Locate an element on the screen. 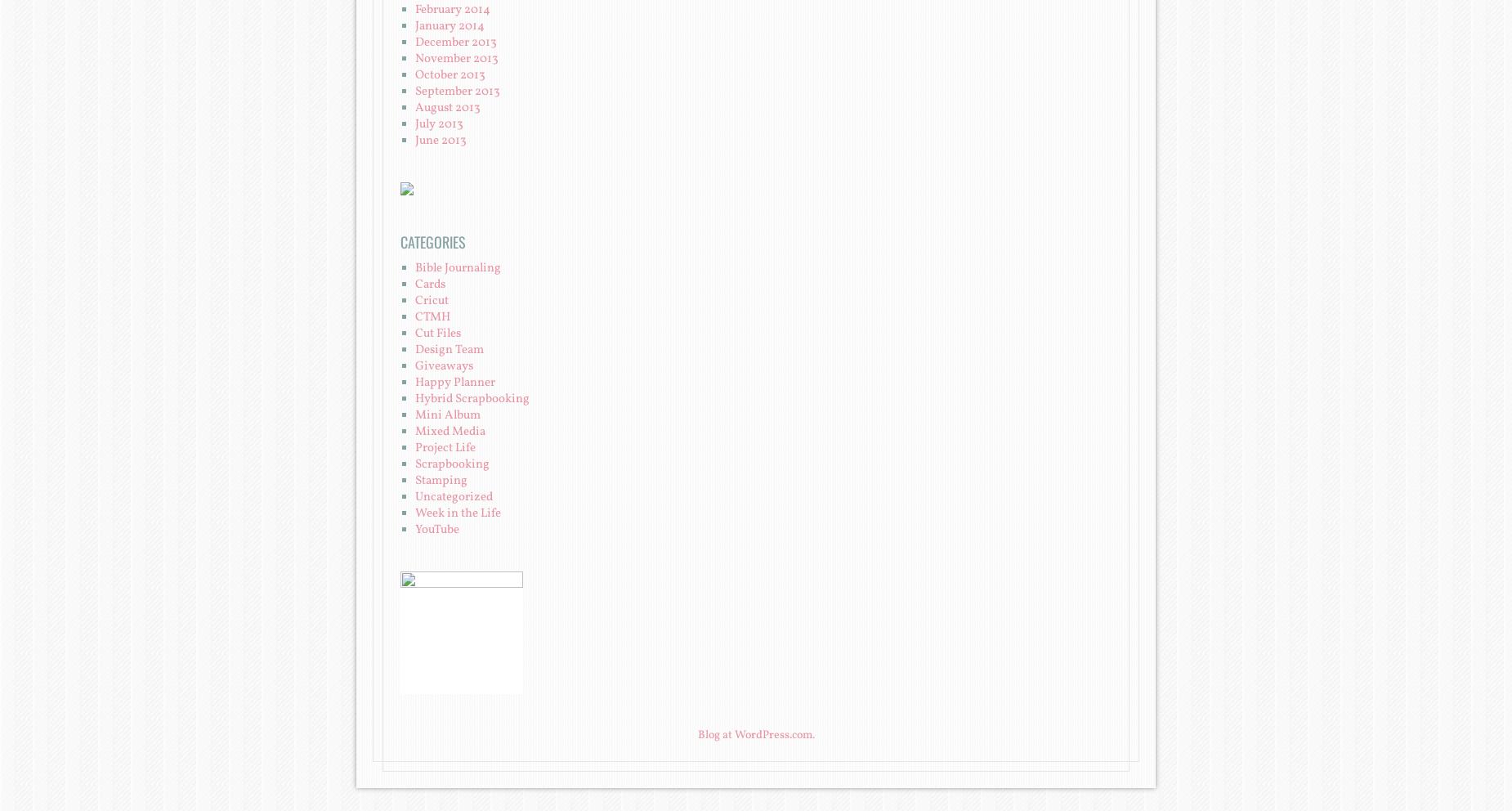 This screenshot has height=811, width=1512. 'January 2014' is located at coordinates (450, 25).